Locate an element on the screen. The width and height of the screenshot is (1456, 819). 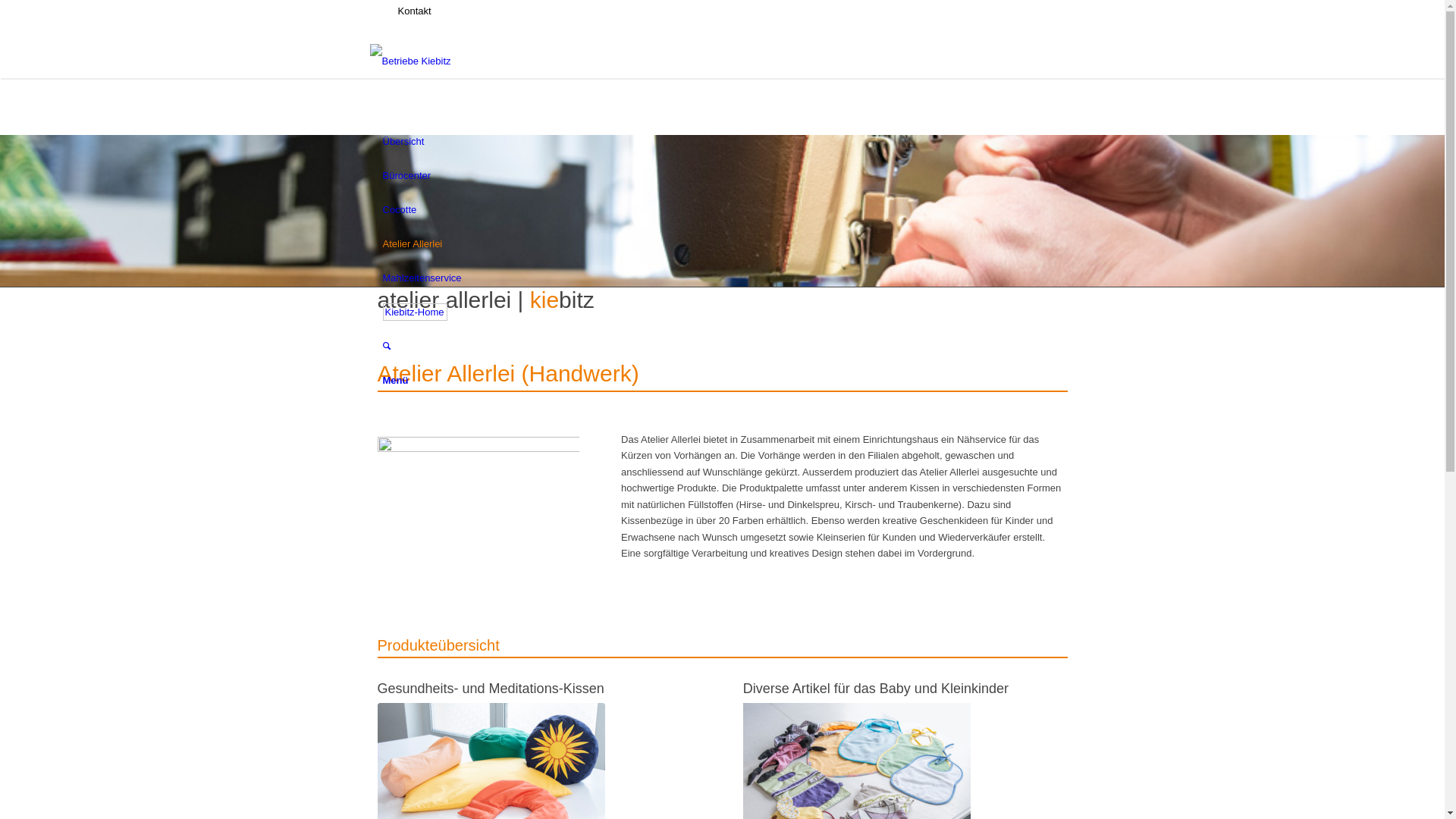
'Cocotte' is located at coordinates (399, 209).